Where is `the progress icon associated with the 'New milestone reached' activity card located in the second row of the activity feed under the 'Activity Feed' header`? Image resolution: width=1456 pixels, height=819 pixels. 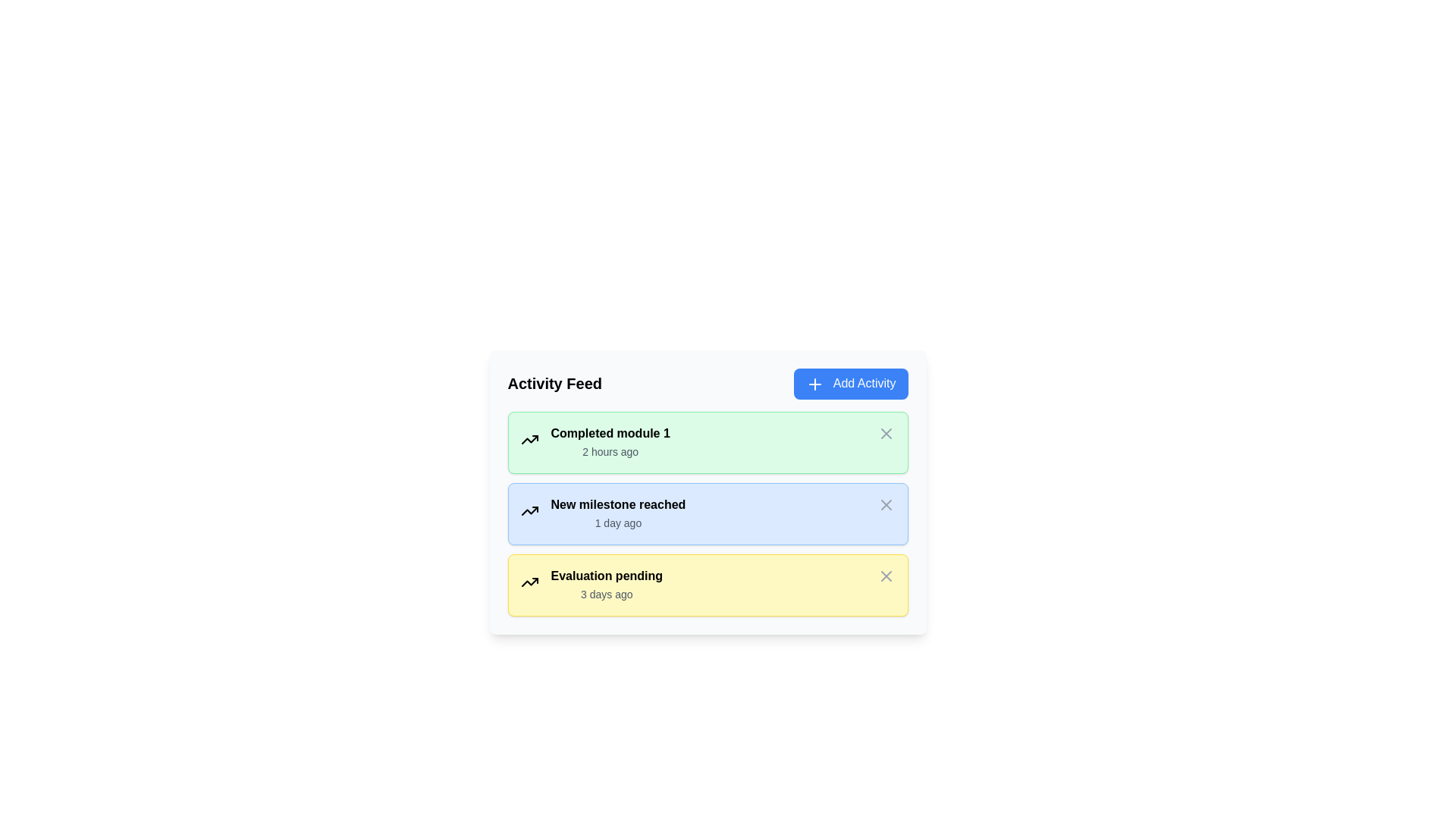
the progress icon associated with the 'New milestone reached' activity card located in the second row of the activity feed under the 'Activity Feed' header is located at coordinates (529, 510).